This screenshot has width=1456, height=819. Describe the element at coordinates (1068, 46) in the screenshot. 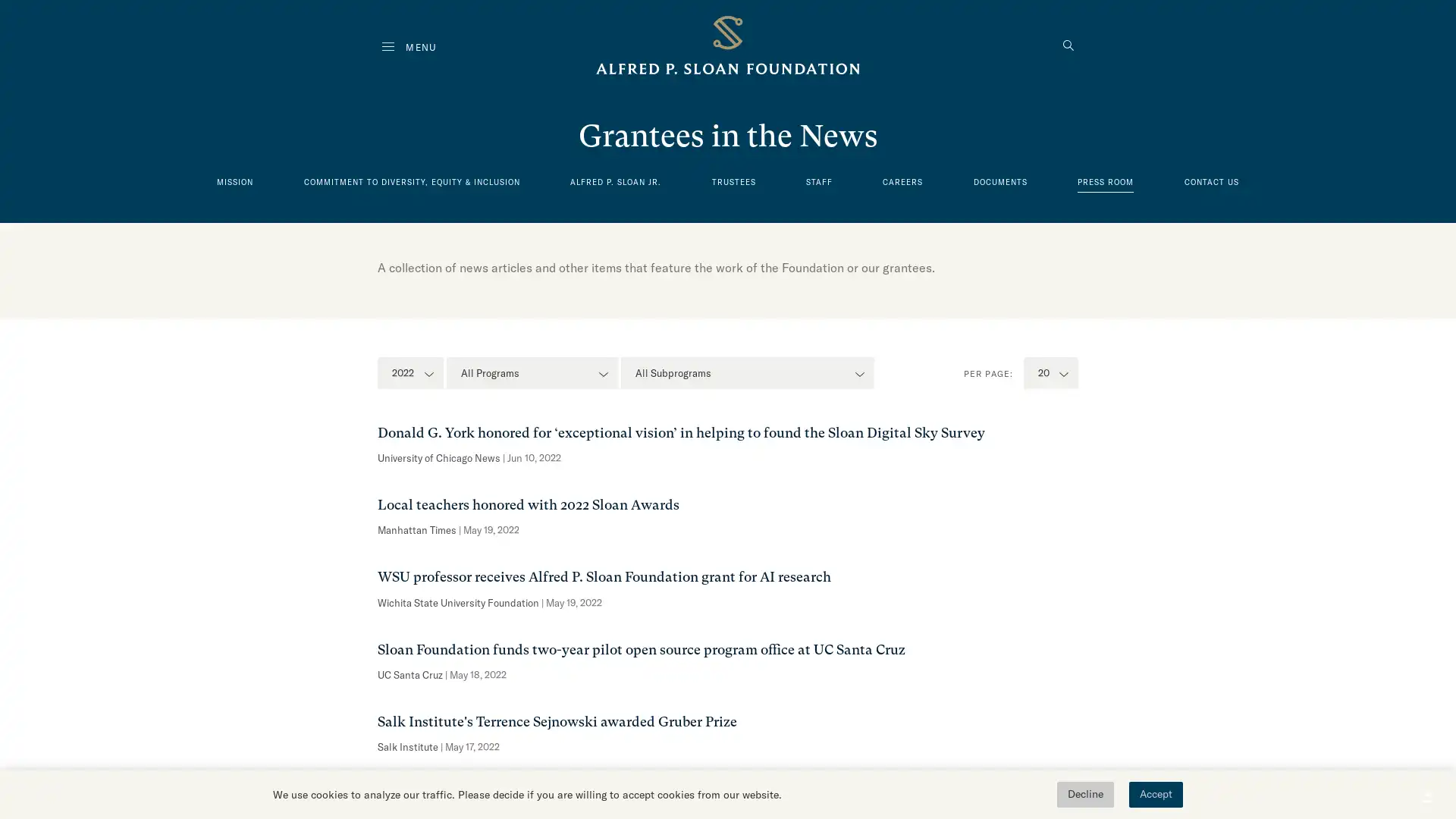

I see `Click to search the website` at that location.